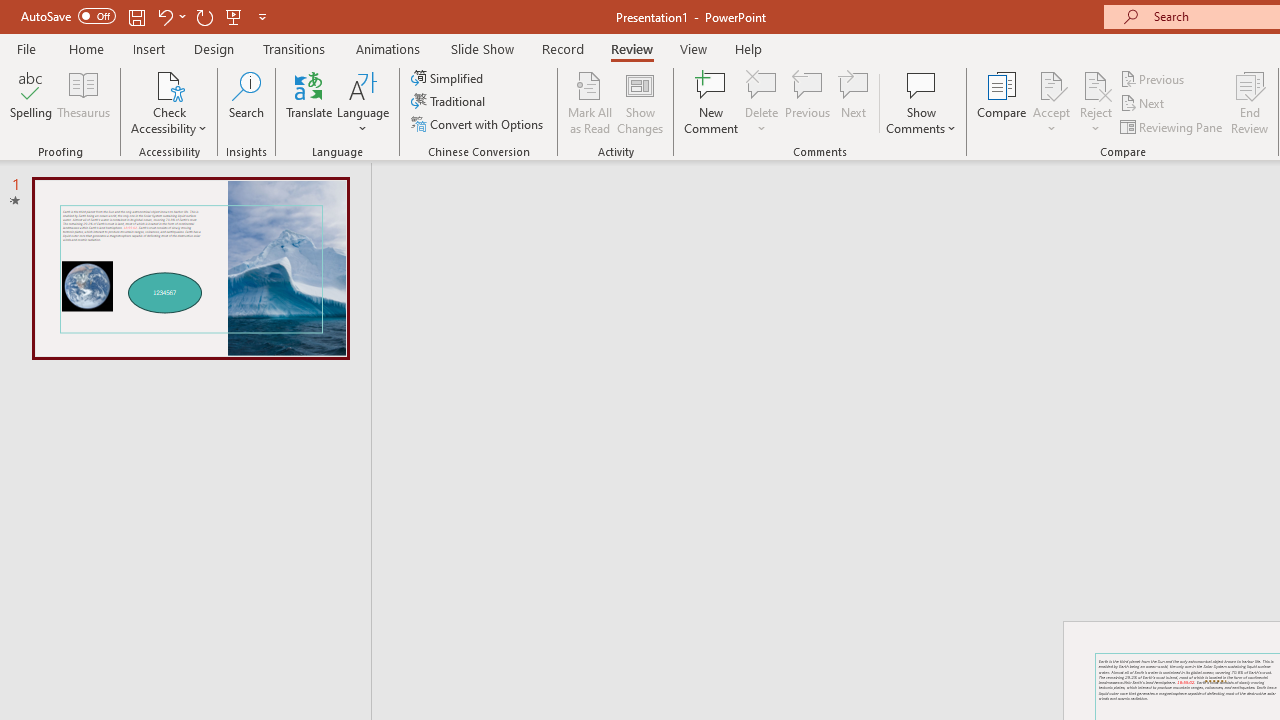 The image size is (1280, 720). What do you see at coordinates (761, 84) in the screenshot?
I see `'Delete'` at bounding box center [761, 84].